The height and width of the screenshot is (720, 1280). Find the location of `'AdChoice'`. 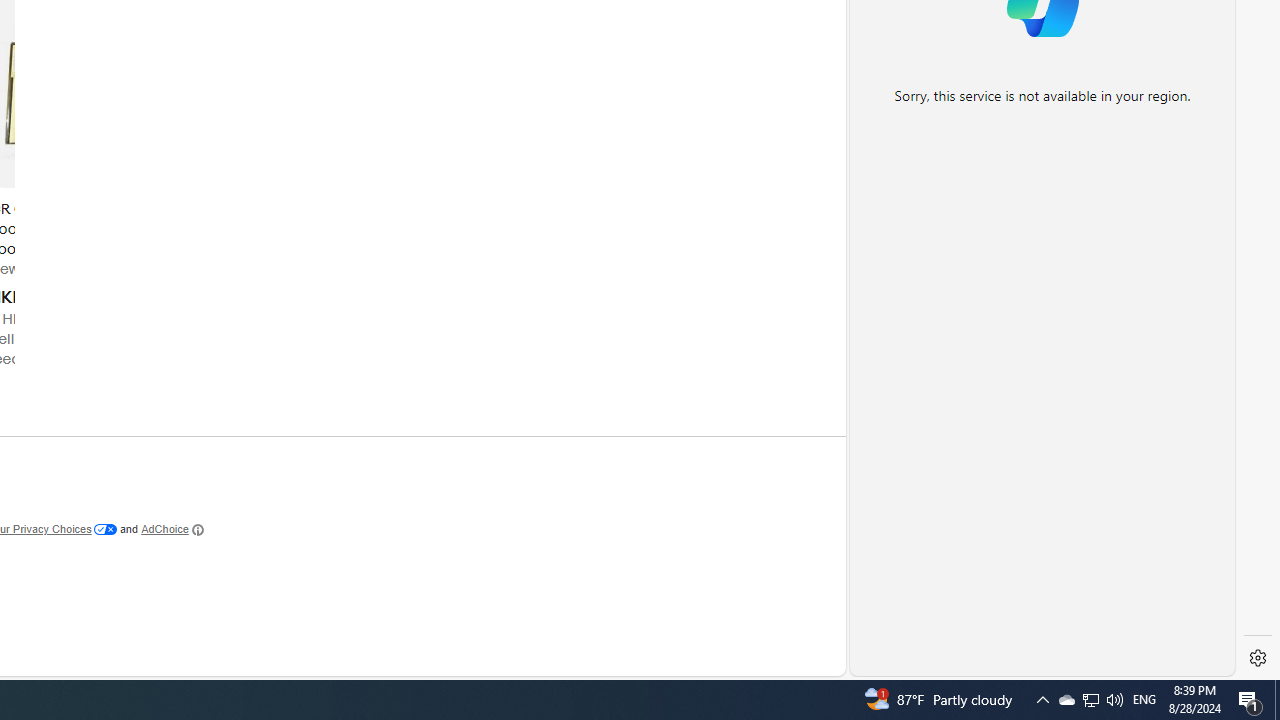

'AdChoice' is located at coordinates (172, 528).